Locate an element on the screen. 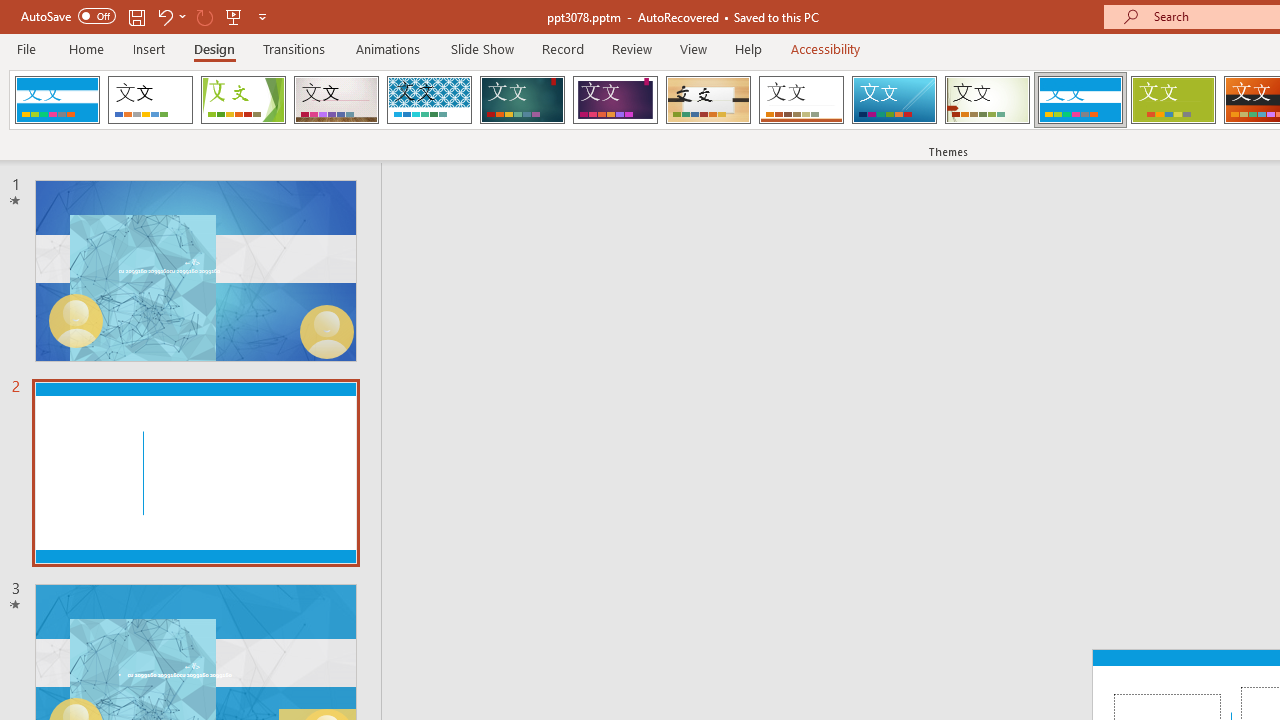 The image size is (1280, 720). 'Retrospect' is located at coordinates (801, 100).